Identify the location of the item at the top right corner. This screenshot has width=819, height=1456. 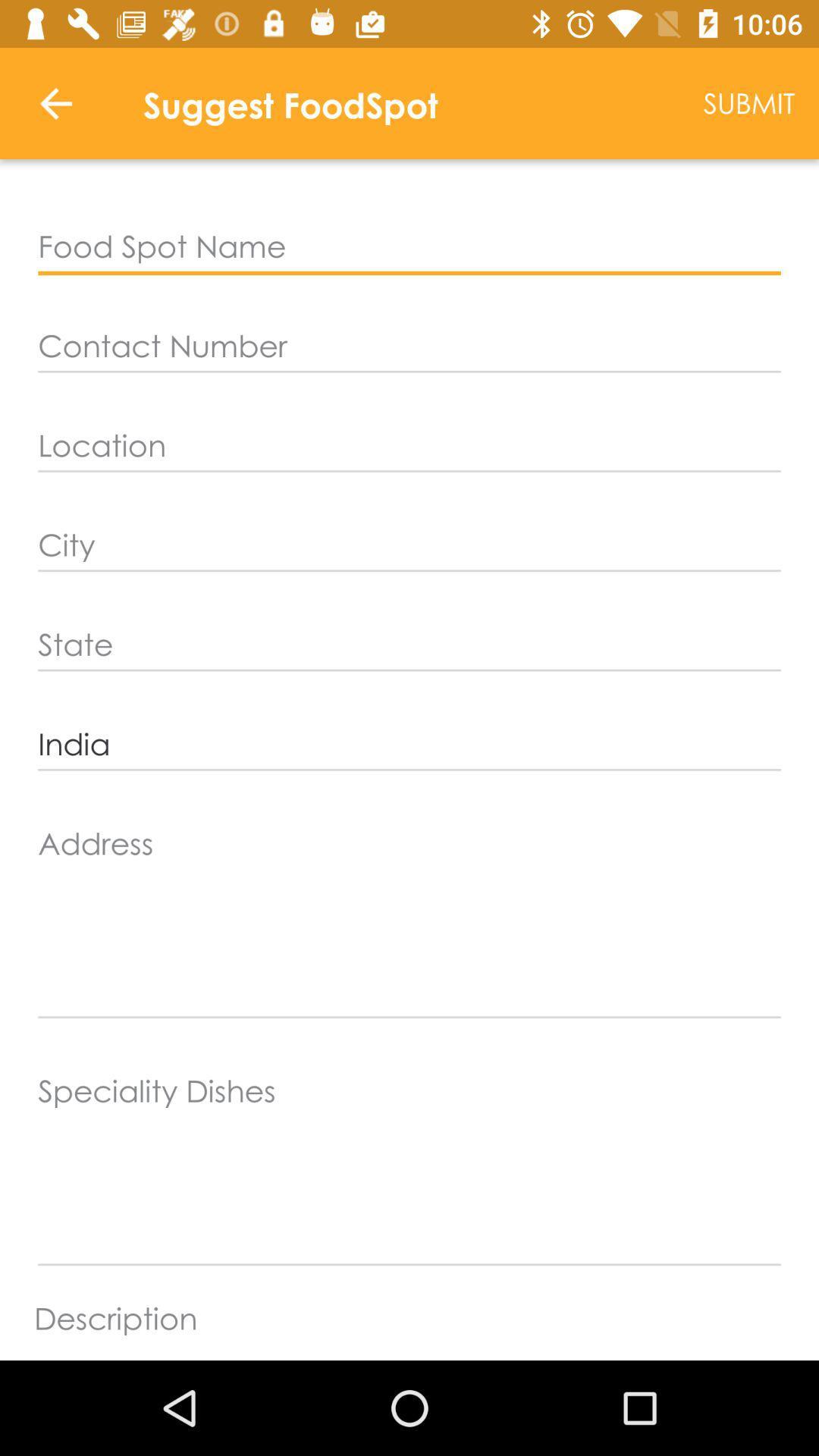
(748, 102).